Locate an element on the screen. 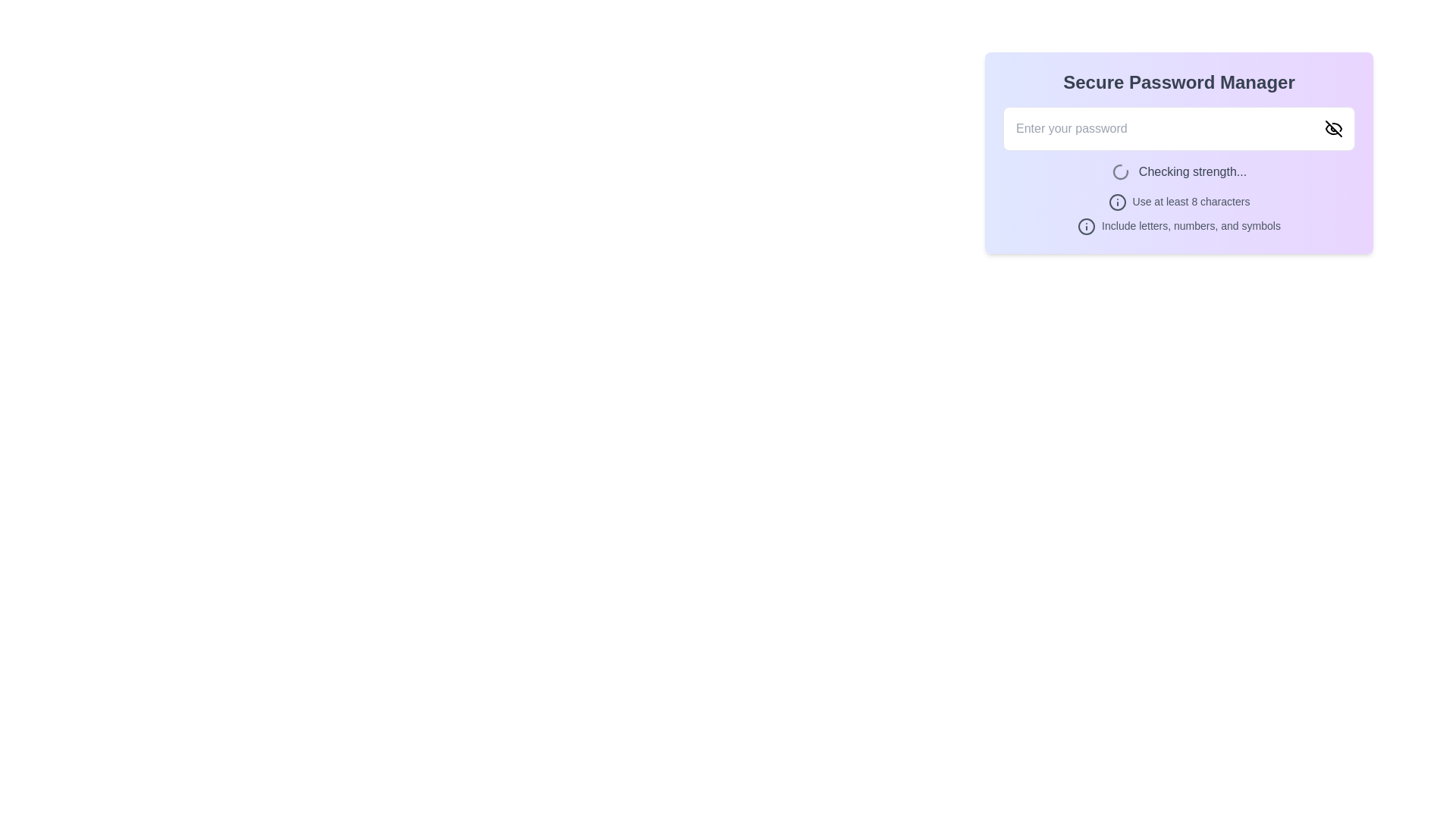  the spinning loader icon within the 'Secure Password Manager' card-styled component for strength checking feedback is located at coordinates (1178, 152).